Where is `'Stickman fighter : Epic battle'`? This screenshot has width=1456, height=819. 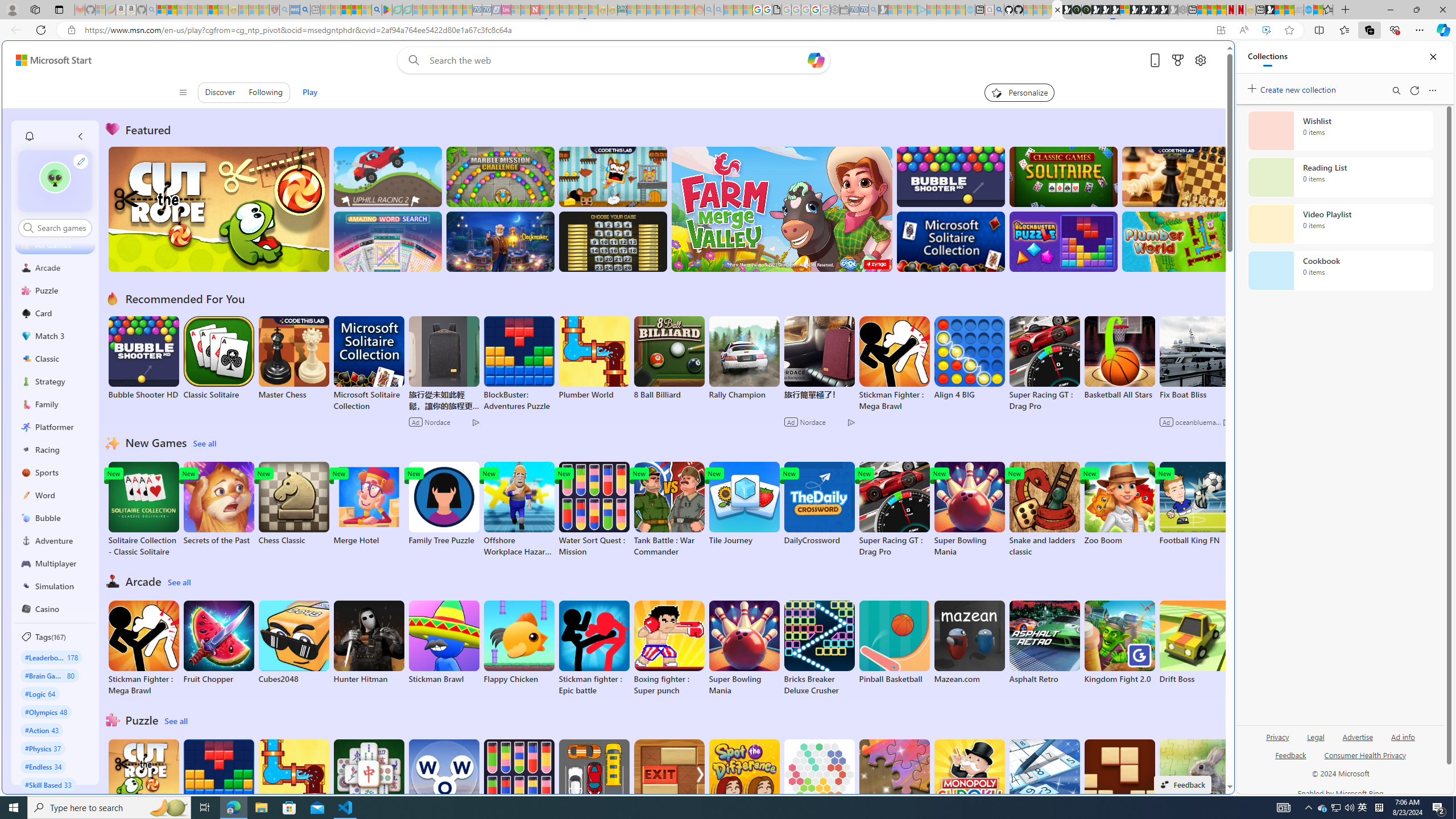
'Stickman fighter : Epic battle' is located at coordinates (593, 647).